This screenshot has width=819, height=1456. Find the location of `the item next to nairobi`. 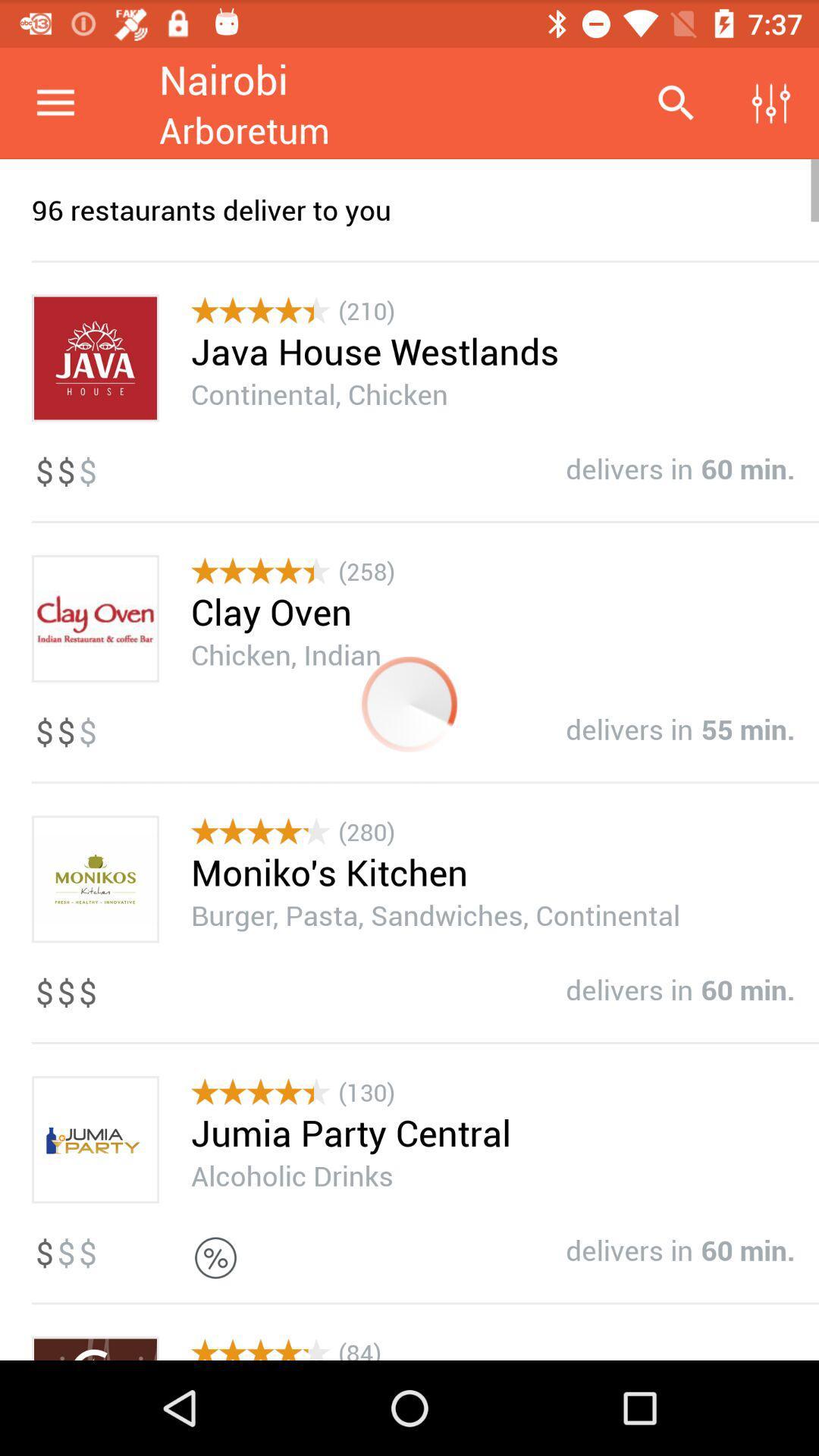

the item next to nairobi is located at coordinates (675, 102).